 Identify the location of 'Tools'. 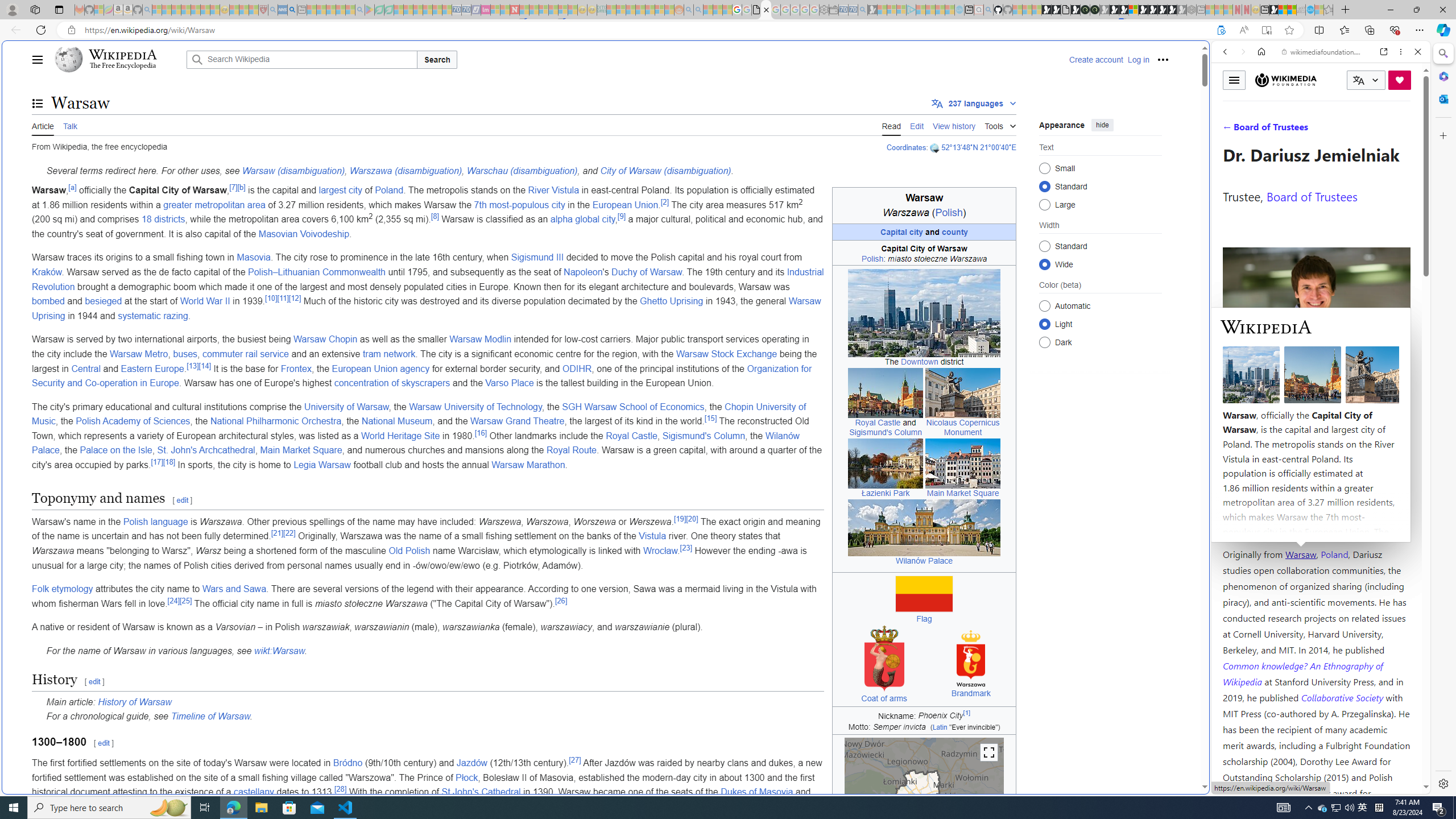
(999, 124).